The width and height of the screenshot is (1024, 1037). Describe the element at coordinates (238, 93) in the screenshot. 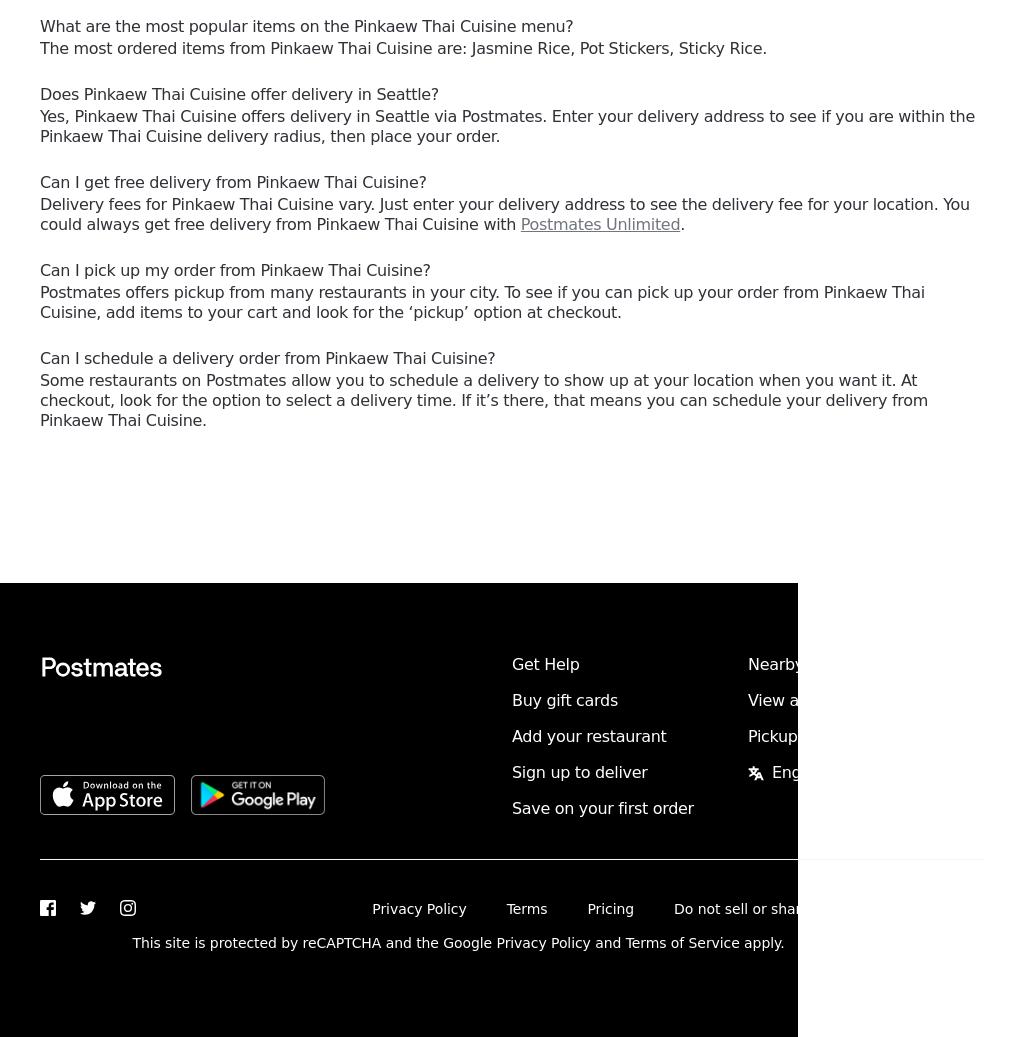

I see `'Does Pinkaew Thai Cuisine offer delivery in Seattle?'` at that location.